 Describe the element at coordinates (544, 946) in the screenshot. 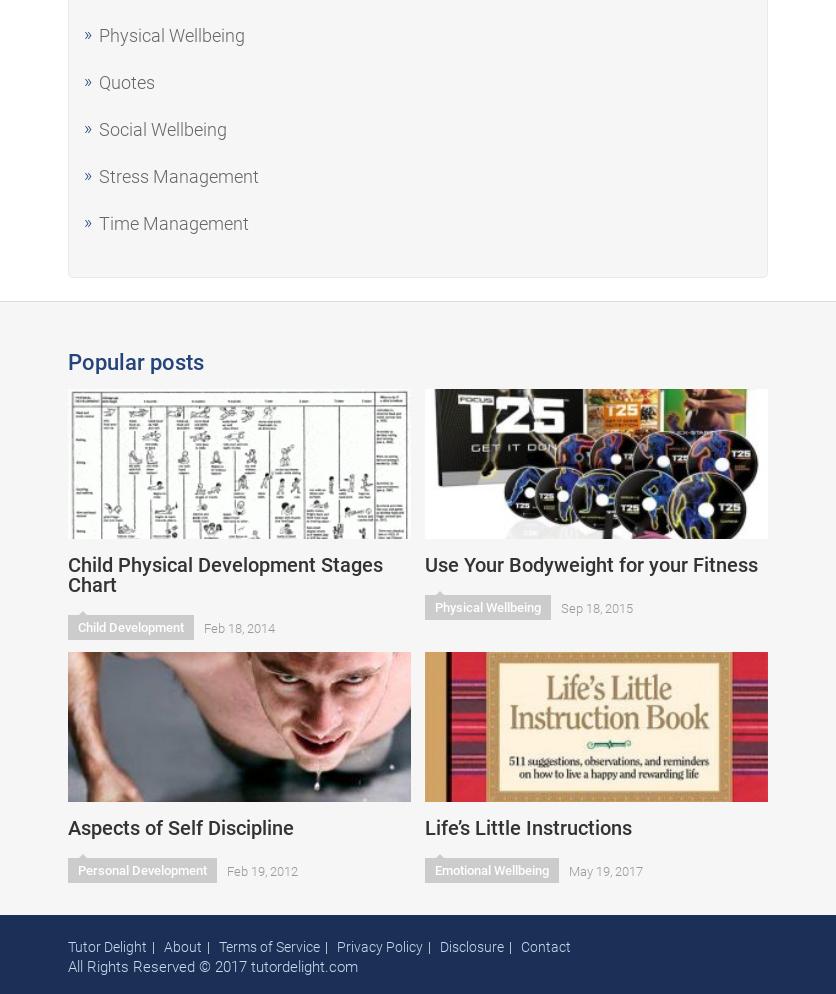

I see `'Contact'` at that location.